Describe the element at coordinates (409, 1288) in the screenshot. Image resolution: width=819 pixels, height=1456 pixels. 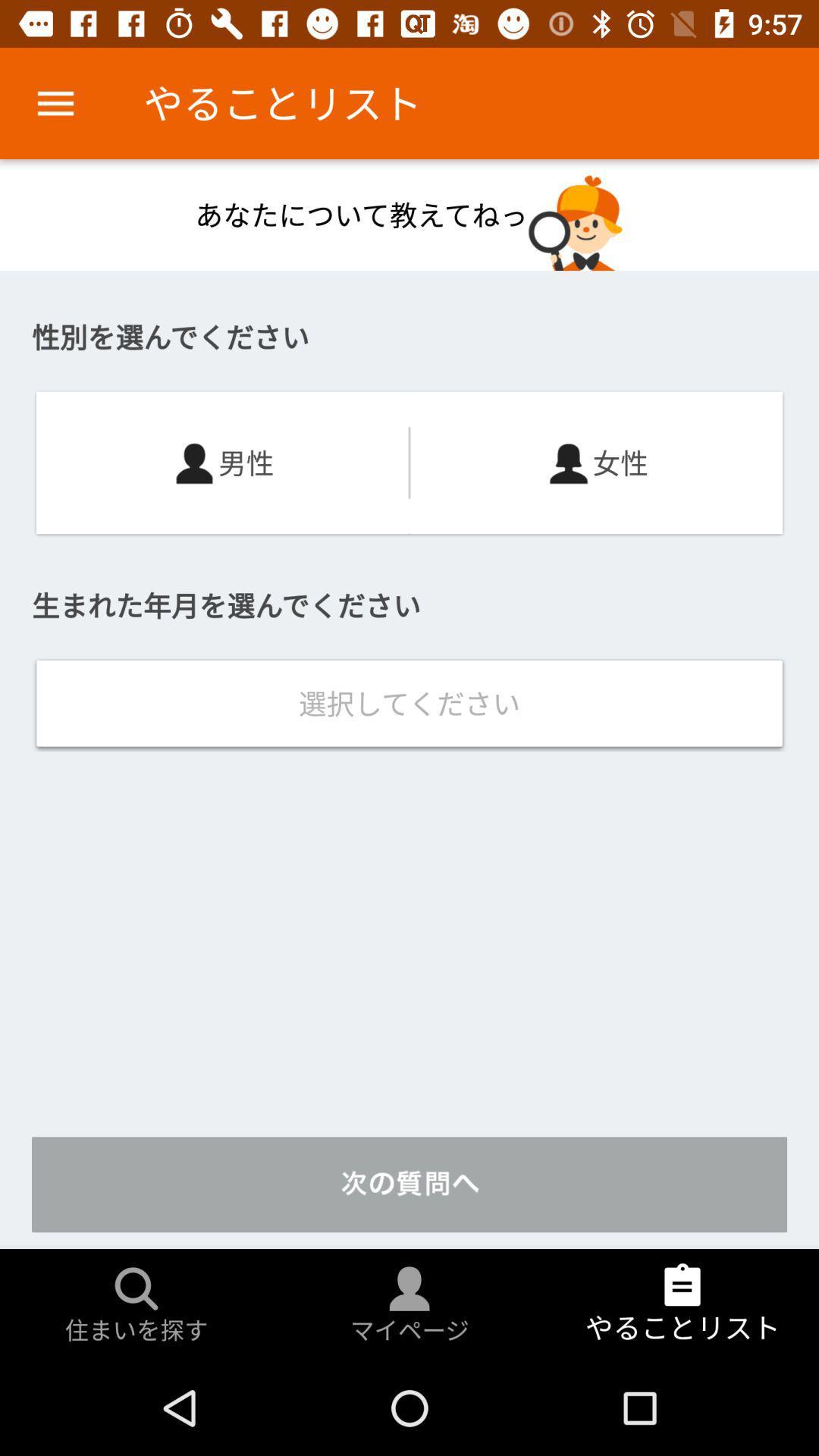
I see `the profile icon which is right to search icon` at that location.